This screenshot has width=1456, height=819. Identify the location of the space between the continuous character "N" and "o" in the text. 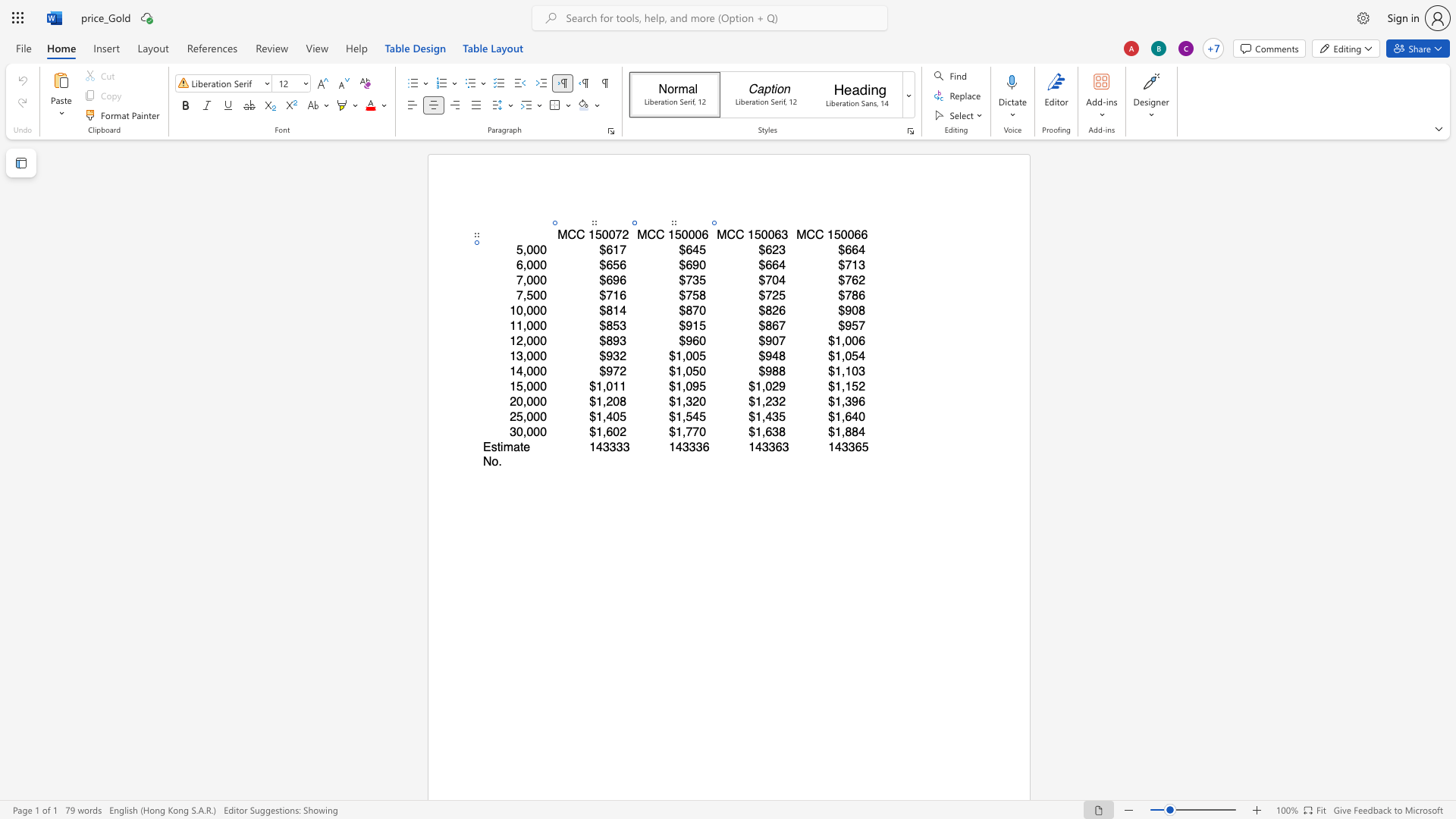
(491, 461).